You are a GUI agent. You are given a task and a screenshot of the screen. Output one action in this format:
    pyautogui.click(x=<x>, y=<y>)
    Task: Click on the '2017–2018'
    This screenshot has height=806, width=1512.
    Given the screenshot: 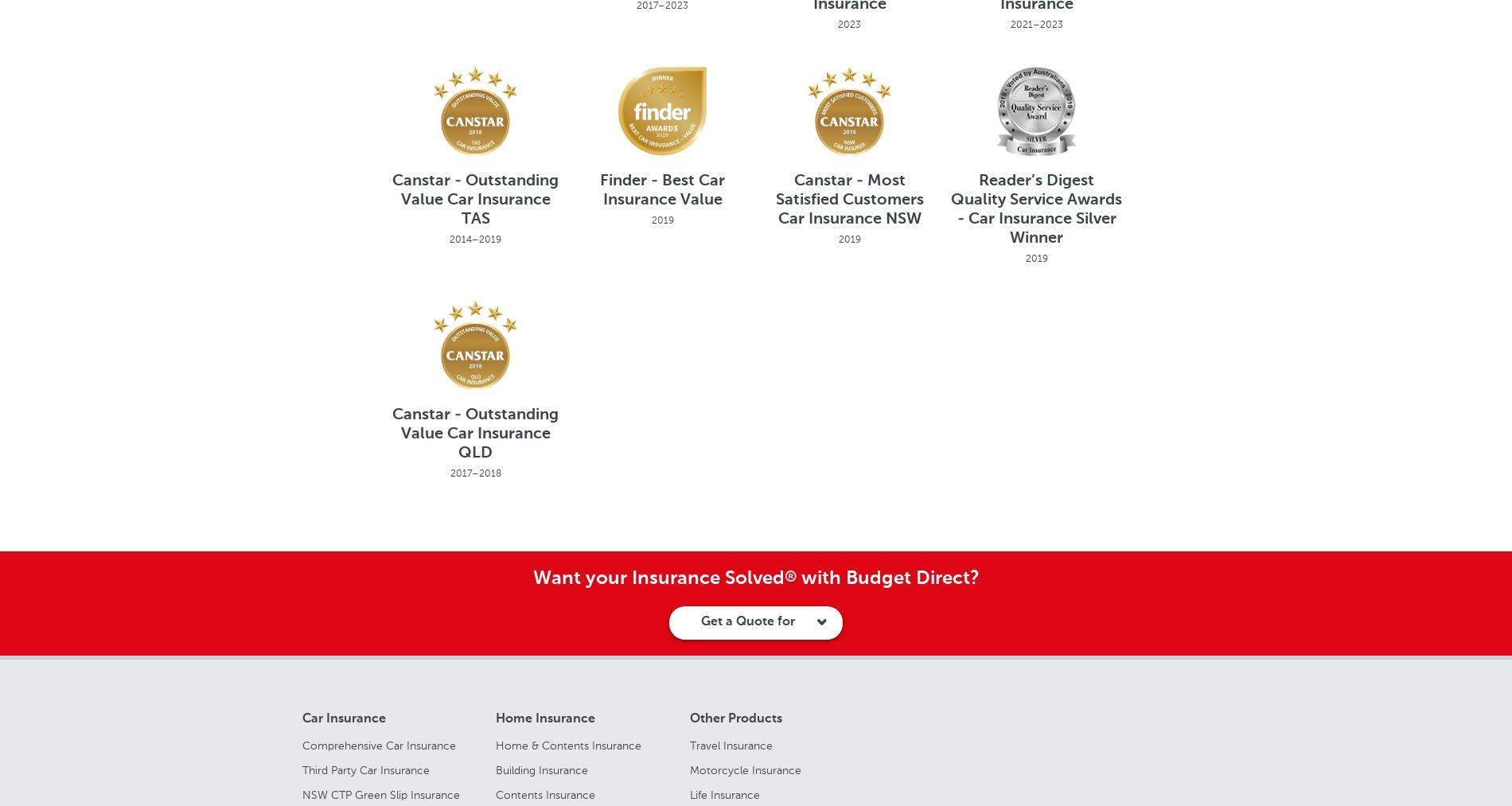 What is the action you would take?
    pyautogui.click(x=450, y=473)
    